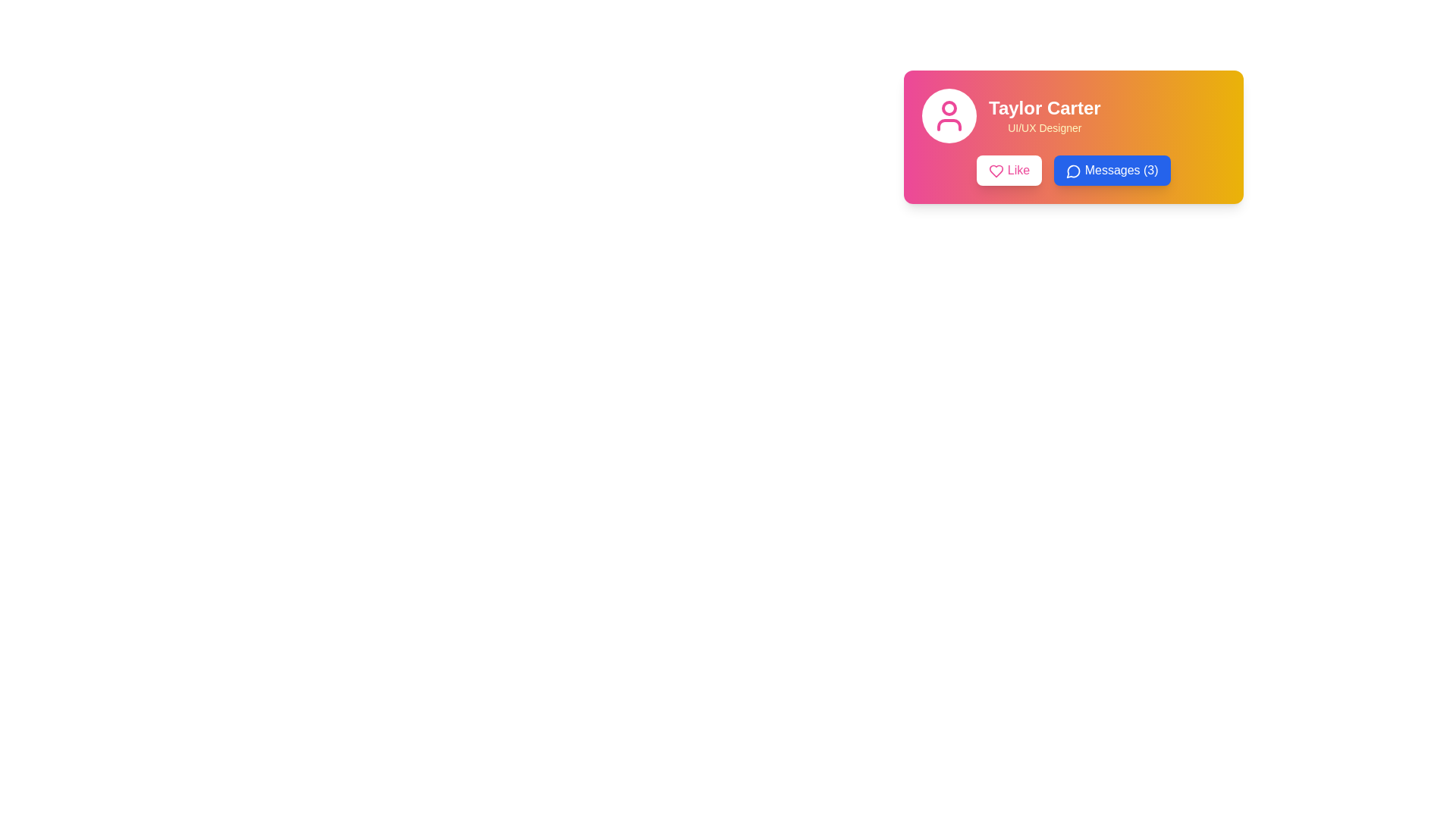 The image size is (1456, 819). I want to click on the user identification label located at the upper part of the rectangular card component, which is to the right of the circular avatar icon, so click(1073, 115).